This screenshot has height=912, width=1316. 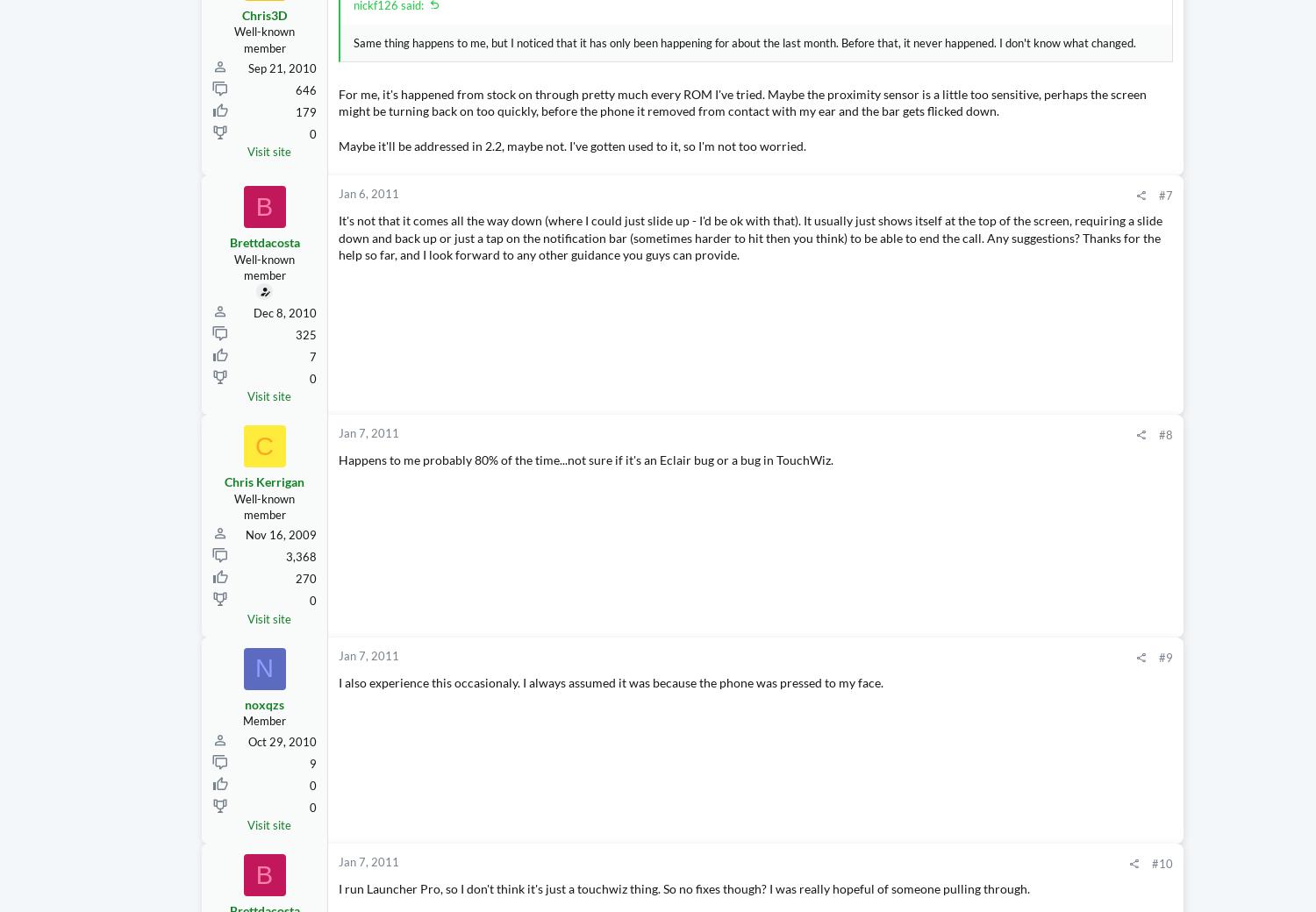 I want to click on 'Started by asimon', so click(x=1112, y=206).